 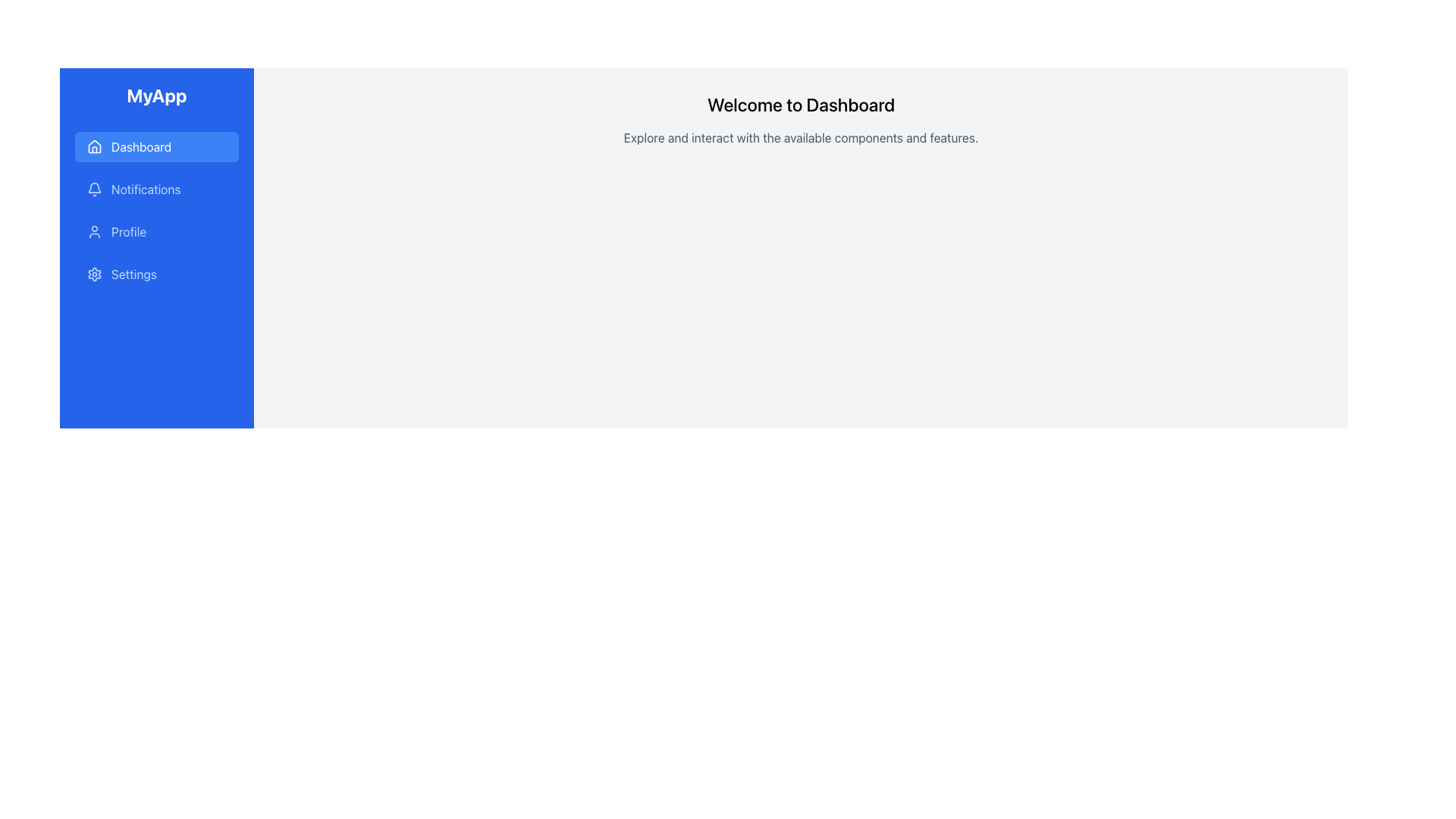 I want to click on the Notifications button located below the Dashboard menu item in the navigation bar, so click(x=156, y=189).